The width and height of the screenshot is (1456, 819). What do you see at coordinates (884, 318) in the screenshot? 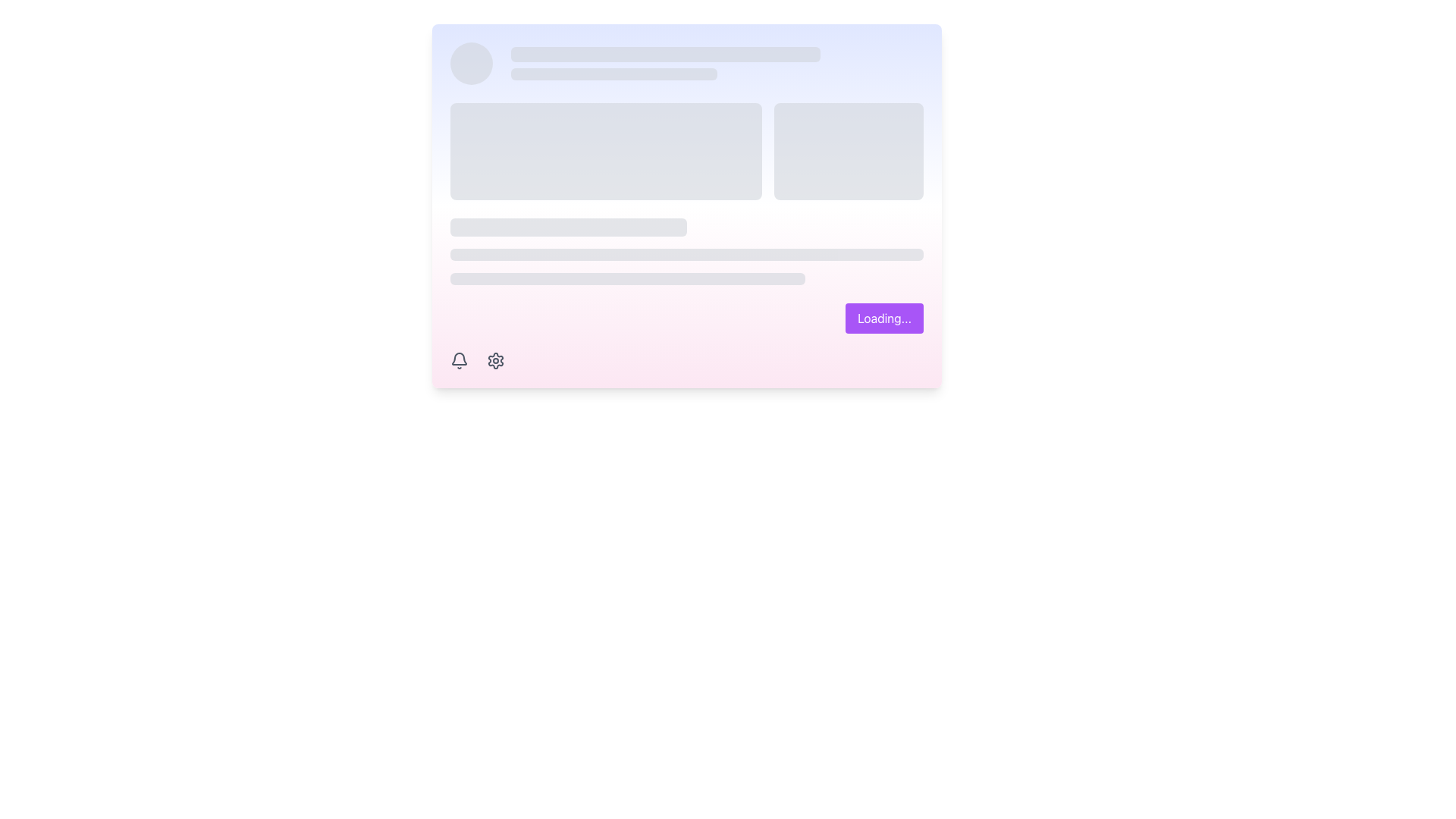
I see `the rectangular button with a purple background and rounded edges containing the text 'Loading...'` at bounding box center [884, 318].